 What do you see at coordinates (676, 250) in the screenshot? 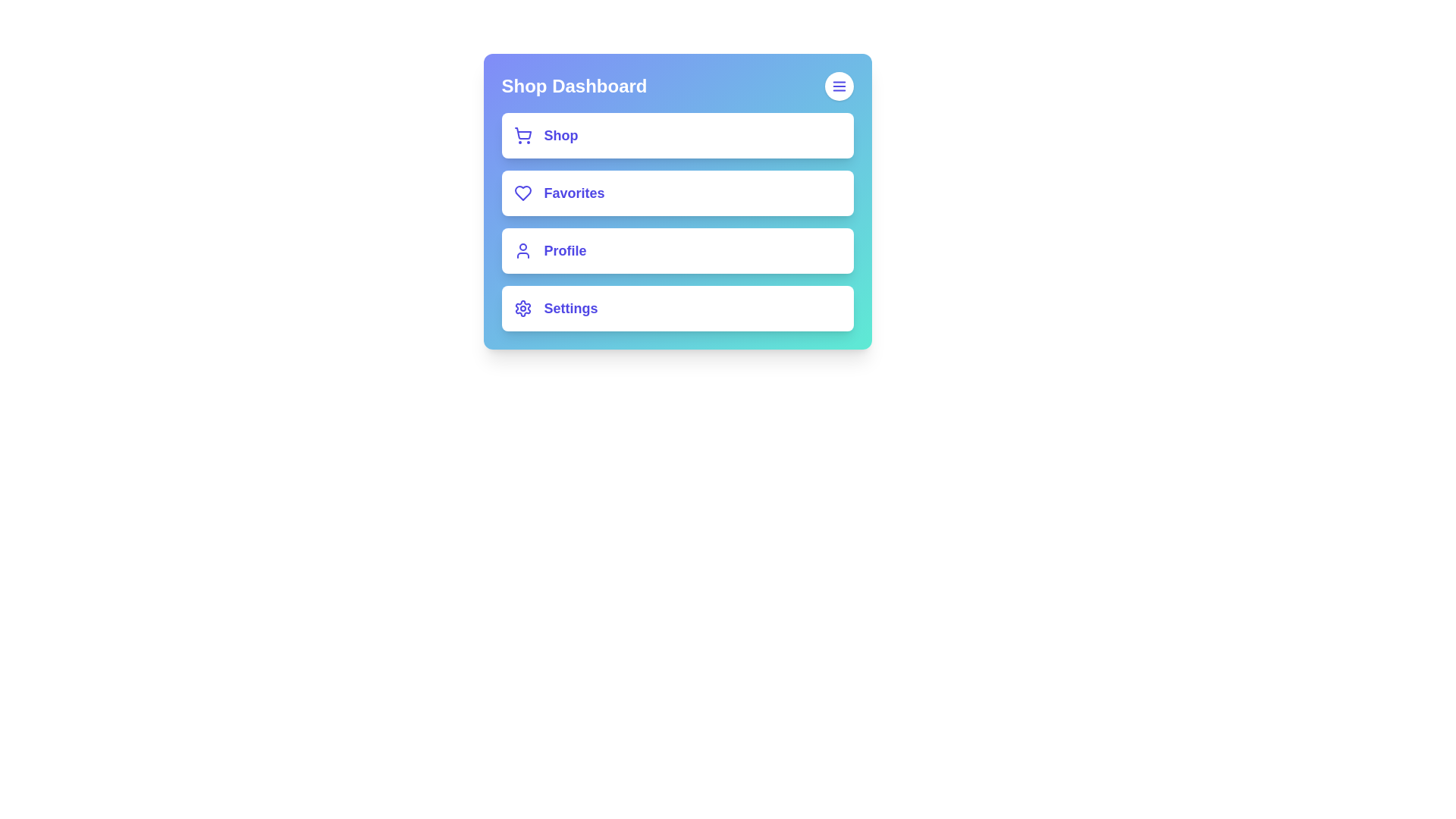
I see `the 'Profile' option in the menu` at bounding box center [676, 250].